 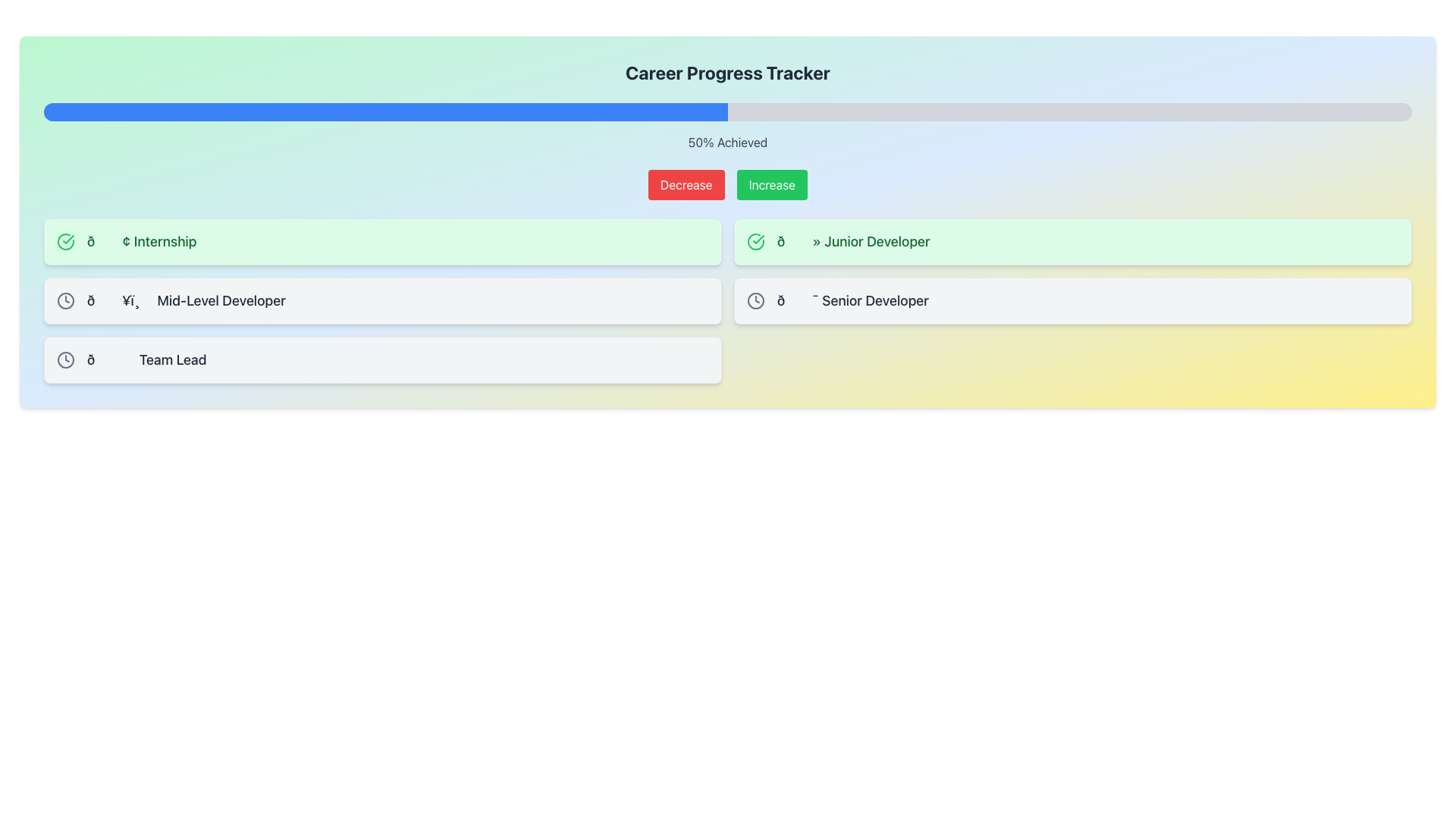 I want to click on the SVG Icon that represents a completed task, located near the 'Junior Developer' label with a green background, so click(x=756, y=241).